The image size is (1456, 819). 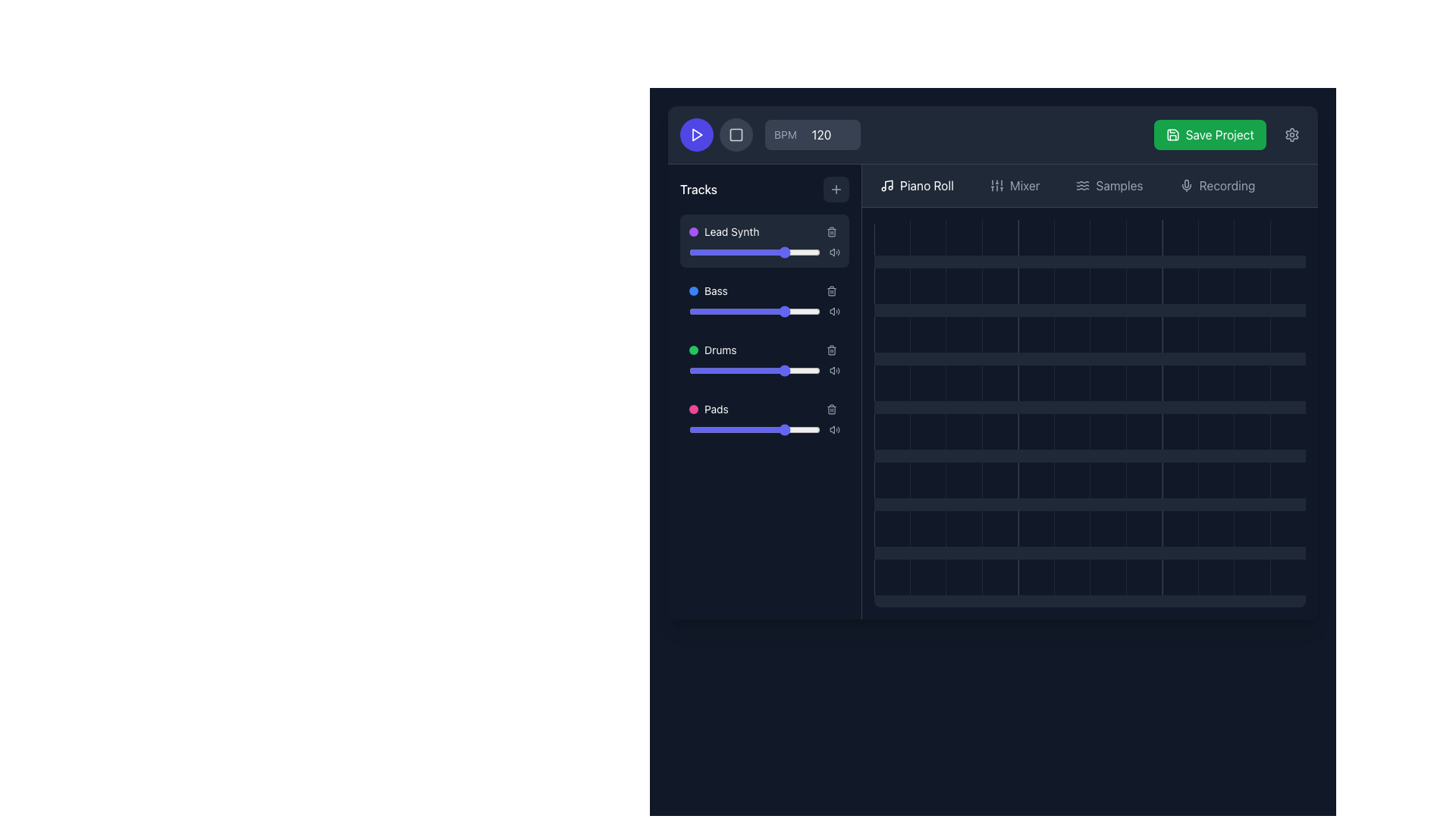 What do you see at coordinates (1252, 286) in the screenshot?
I see `the square-shaped placeholder element with a dark background located in the 12th column of the 5th row within the grid layout` at bounding box center [1252, 286].